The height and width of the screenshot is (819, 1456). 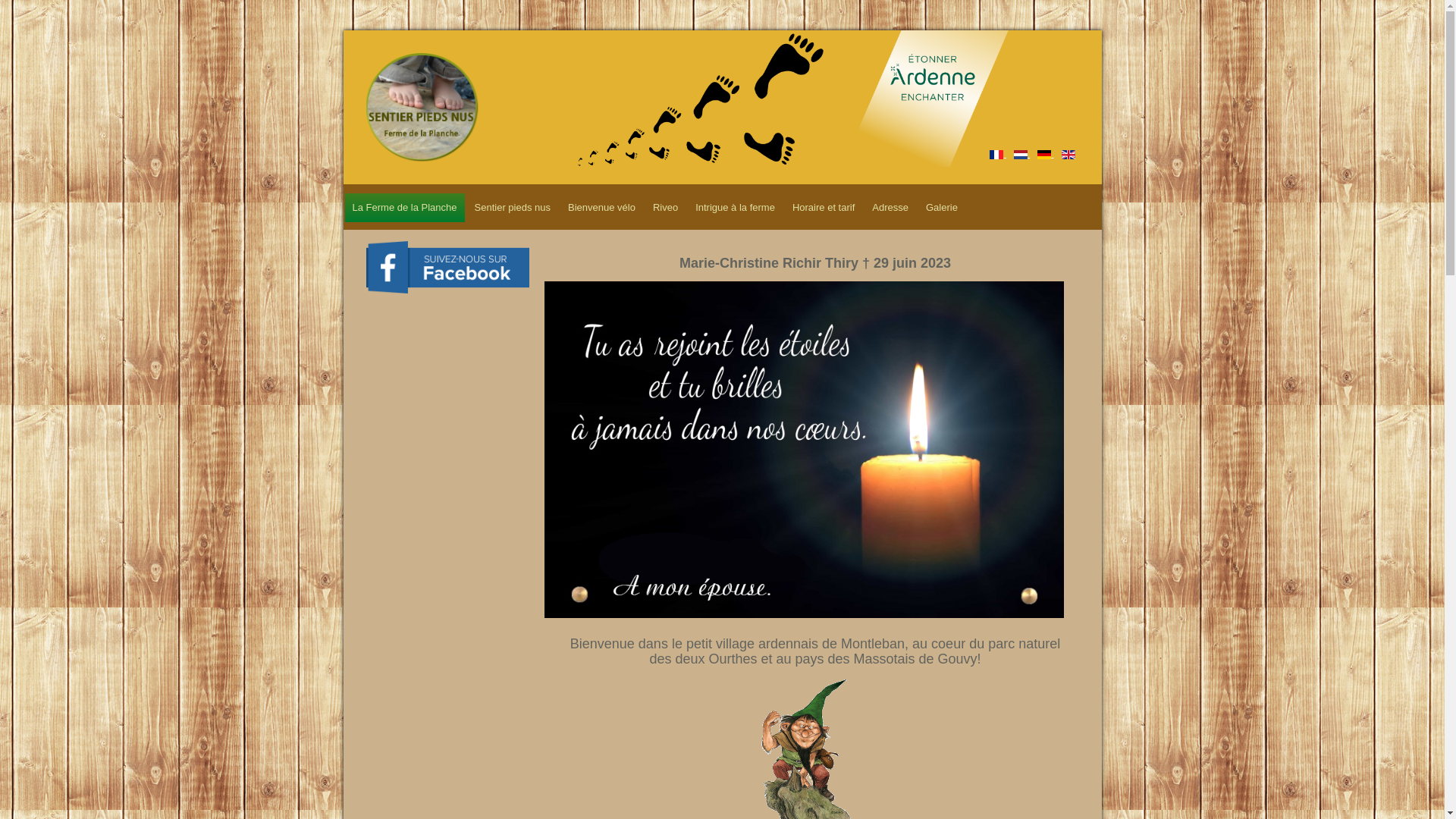 What do you see at coordinates (890, 207) in the screenshot?
I see `'Adresse'` at bounding box center [890, 207].